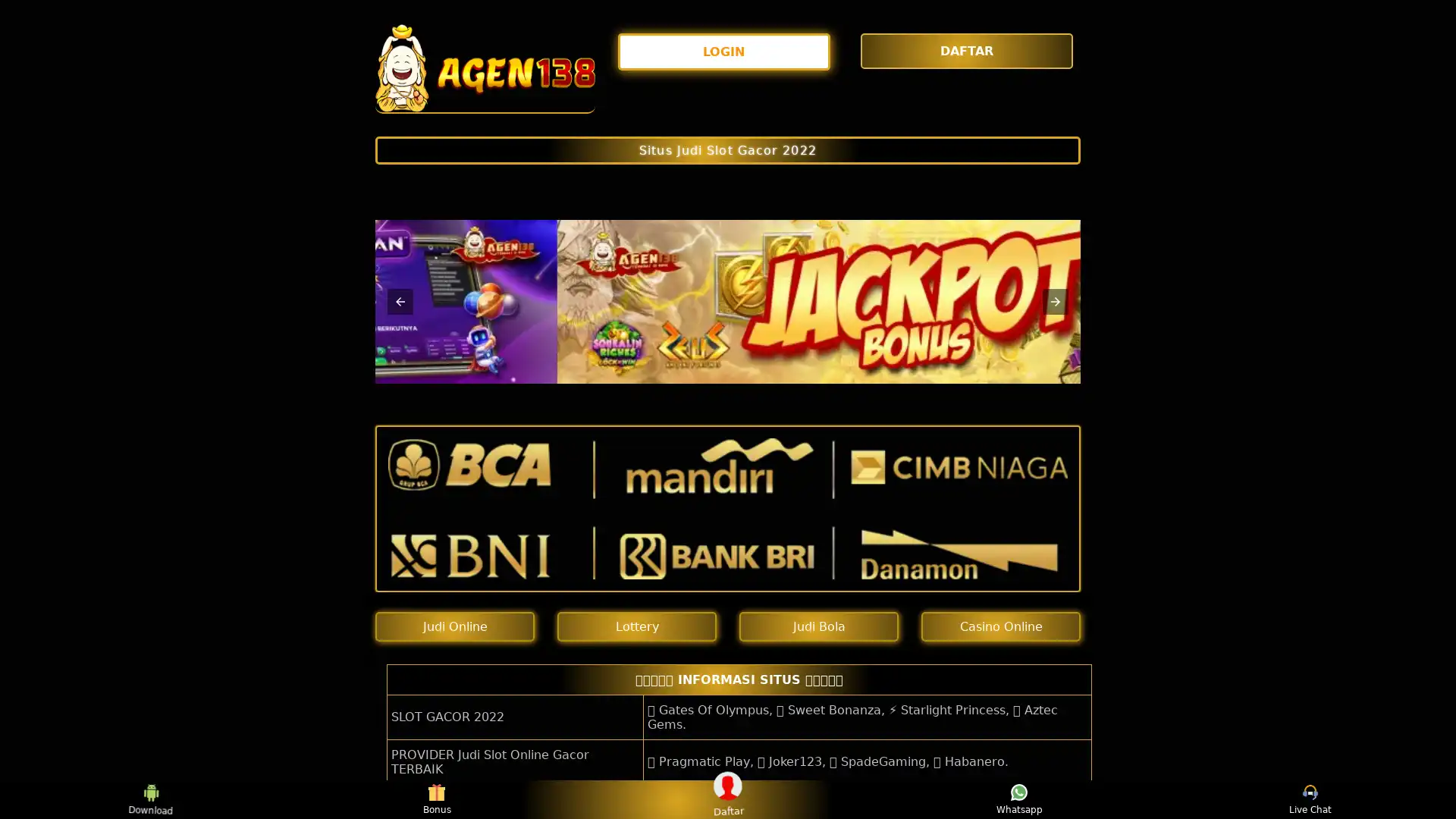  I want to click on Previous item in carousel (2 of 3), so click(400, 301).